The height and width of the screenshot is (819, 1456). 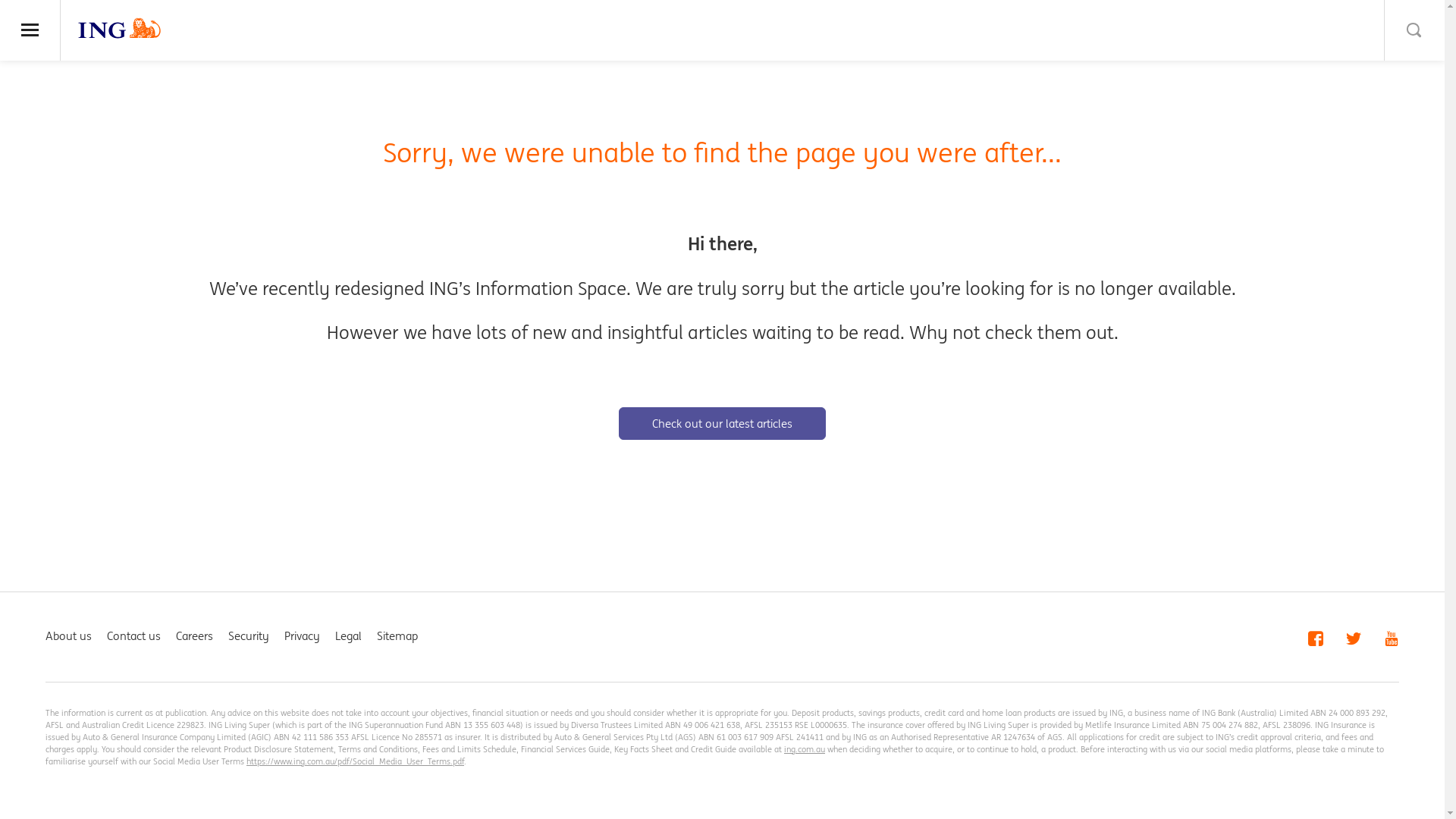 I want to click on 'Check out our latest articles', so click(x=721, y=423).